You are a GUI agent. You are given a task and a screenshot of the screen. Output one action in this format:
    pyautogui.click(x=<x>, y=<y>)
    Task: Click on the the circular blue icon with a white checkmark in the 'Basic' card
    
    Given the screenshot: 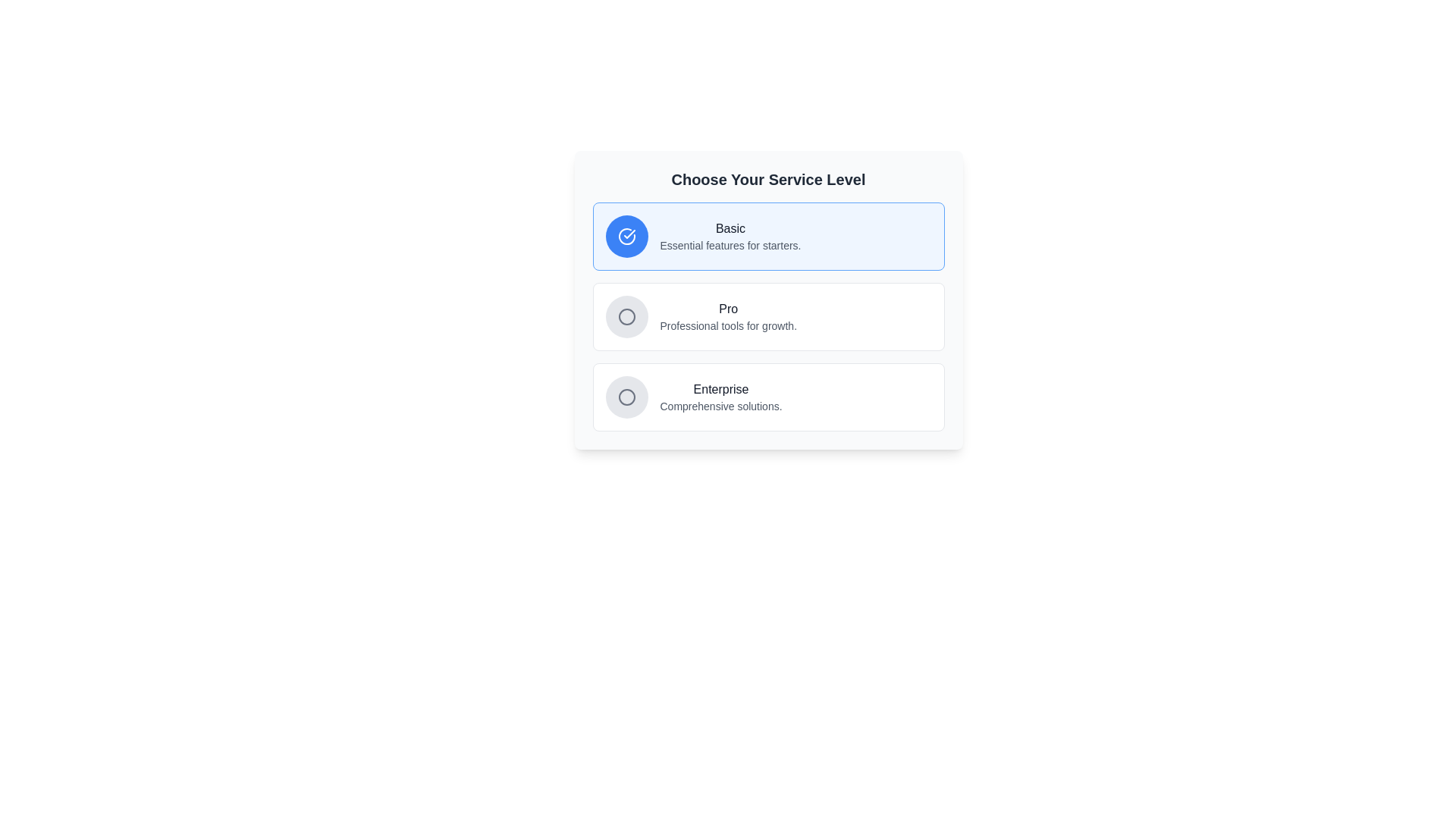 What is the action you would take?
    pyautogui.click(x=626, y=237)
    